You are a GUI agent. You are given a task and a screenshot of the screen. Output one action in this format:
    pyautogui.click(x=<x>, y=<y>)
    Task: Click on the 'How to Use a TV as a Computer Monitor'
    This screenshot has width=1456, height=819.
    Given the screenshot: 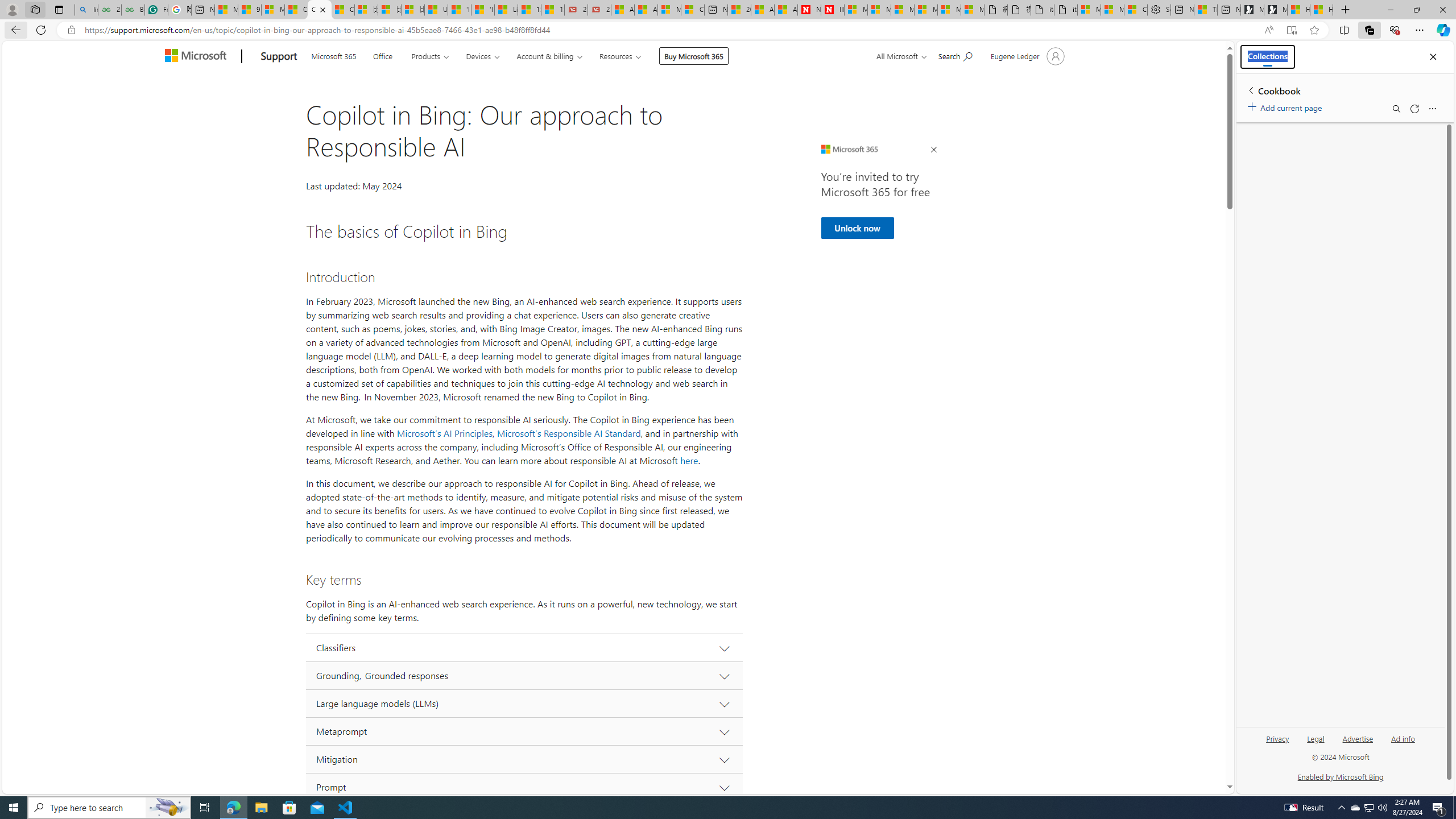 What is the action you would take?
    pyautogui.click(x=1321, y=9)
    